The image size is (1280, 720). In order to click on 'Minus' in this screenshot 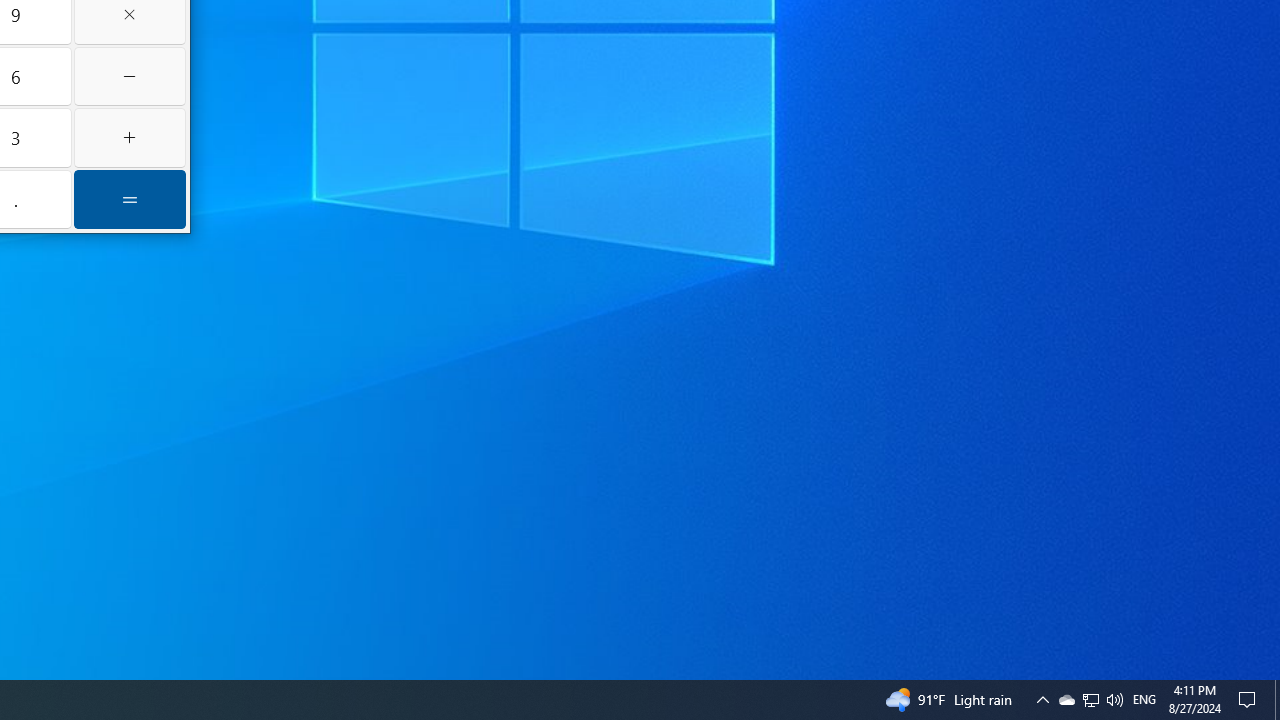, I will do `click(128, 75)`.